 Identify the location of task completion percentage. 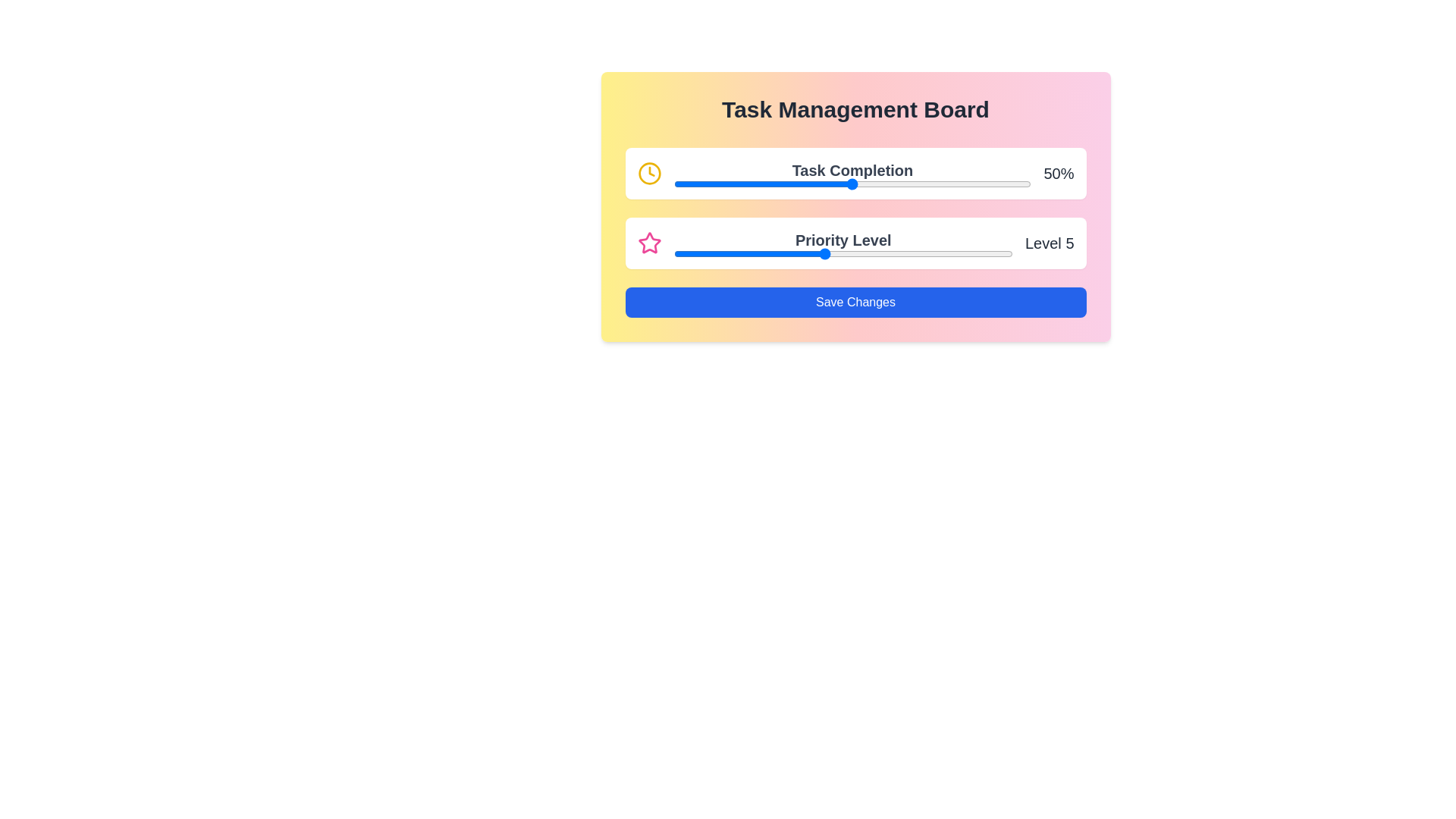
(871, 184).